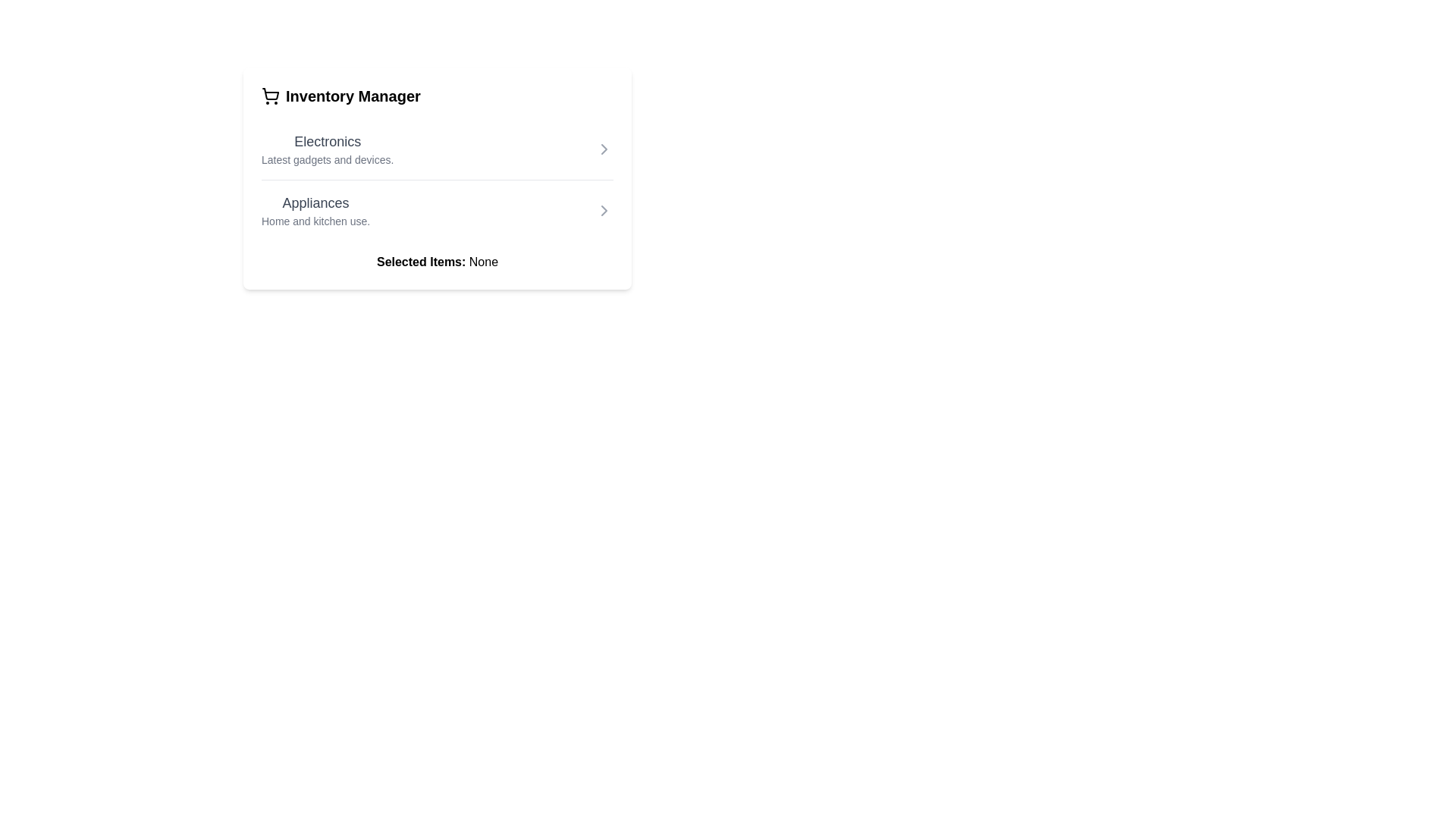 The image size is (1456, 819). What do you see at coordinates (327, 160) in the screenshot?
I see `the text label reading 'Latest gadgets and devices.' which is styled in a smaller font size and lighter gray color, positioned directly beneath the 'Electronics' header` at bounding box center [327, 160].